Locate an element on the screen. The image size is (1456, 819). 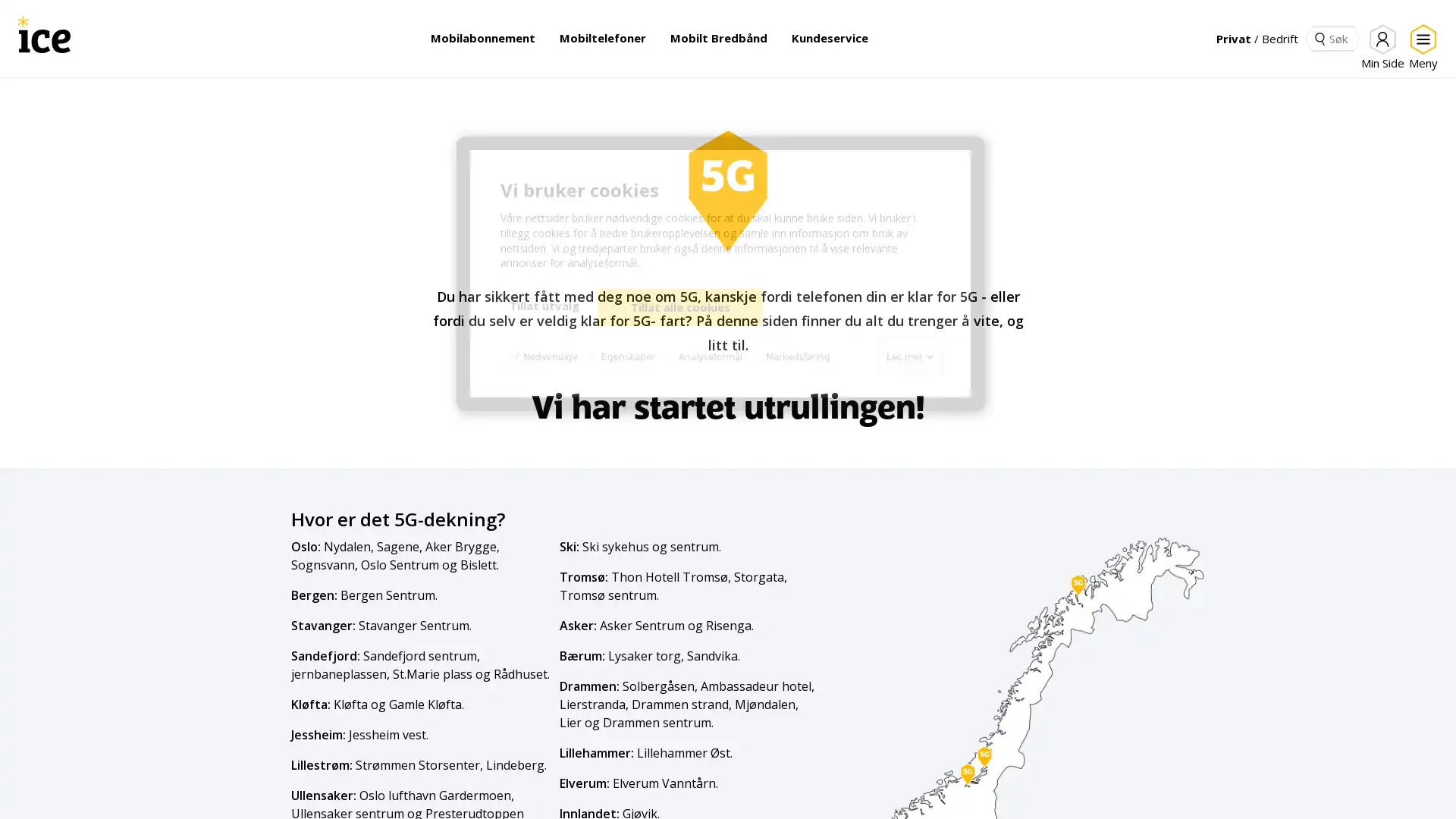
Meny is located at coordinates (1420, 46).